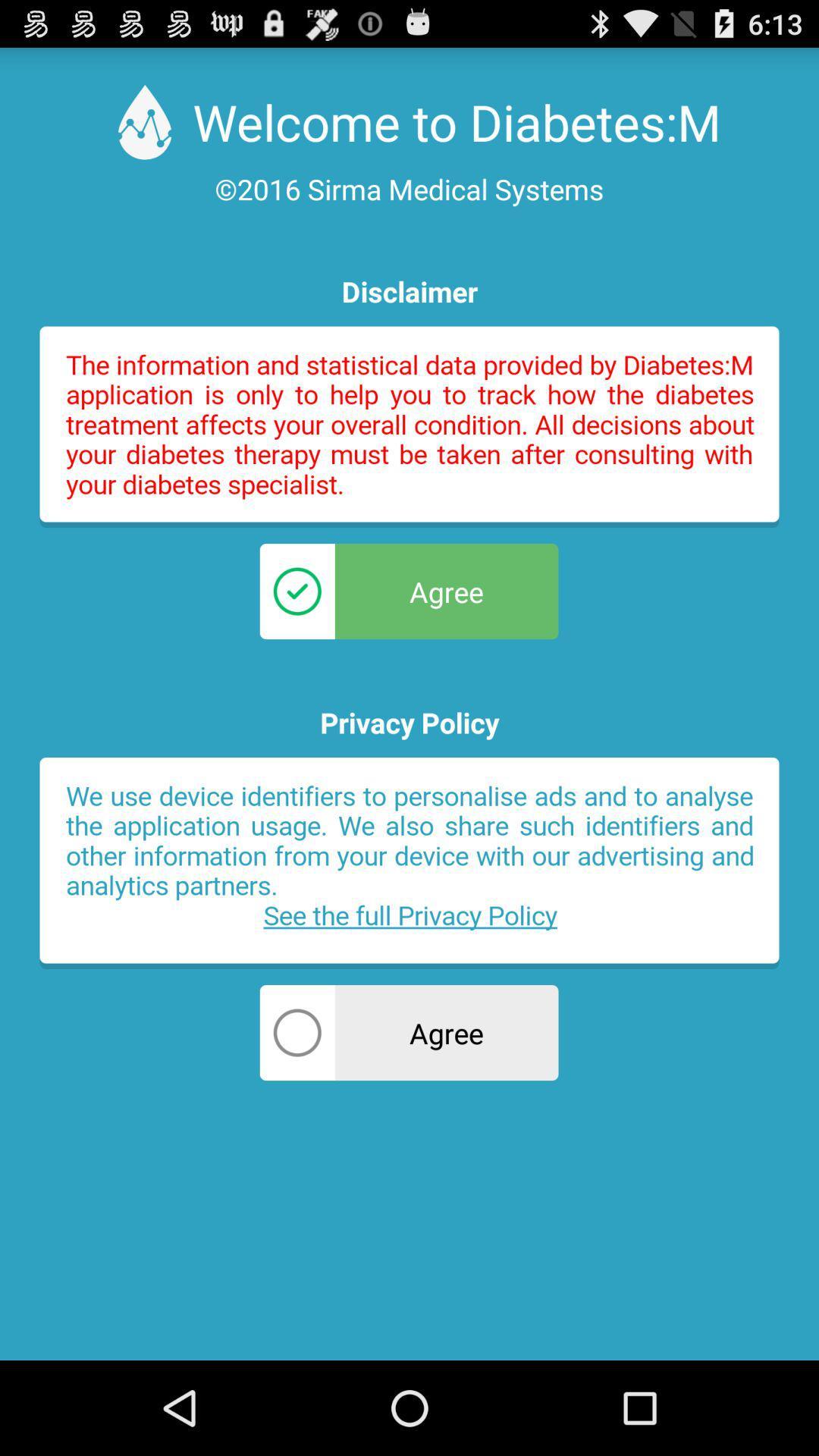 The image size is (819, 1456). I want to click on the article, so click(409, 863).